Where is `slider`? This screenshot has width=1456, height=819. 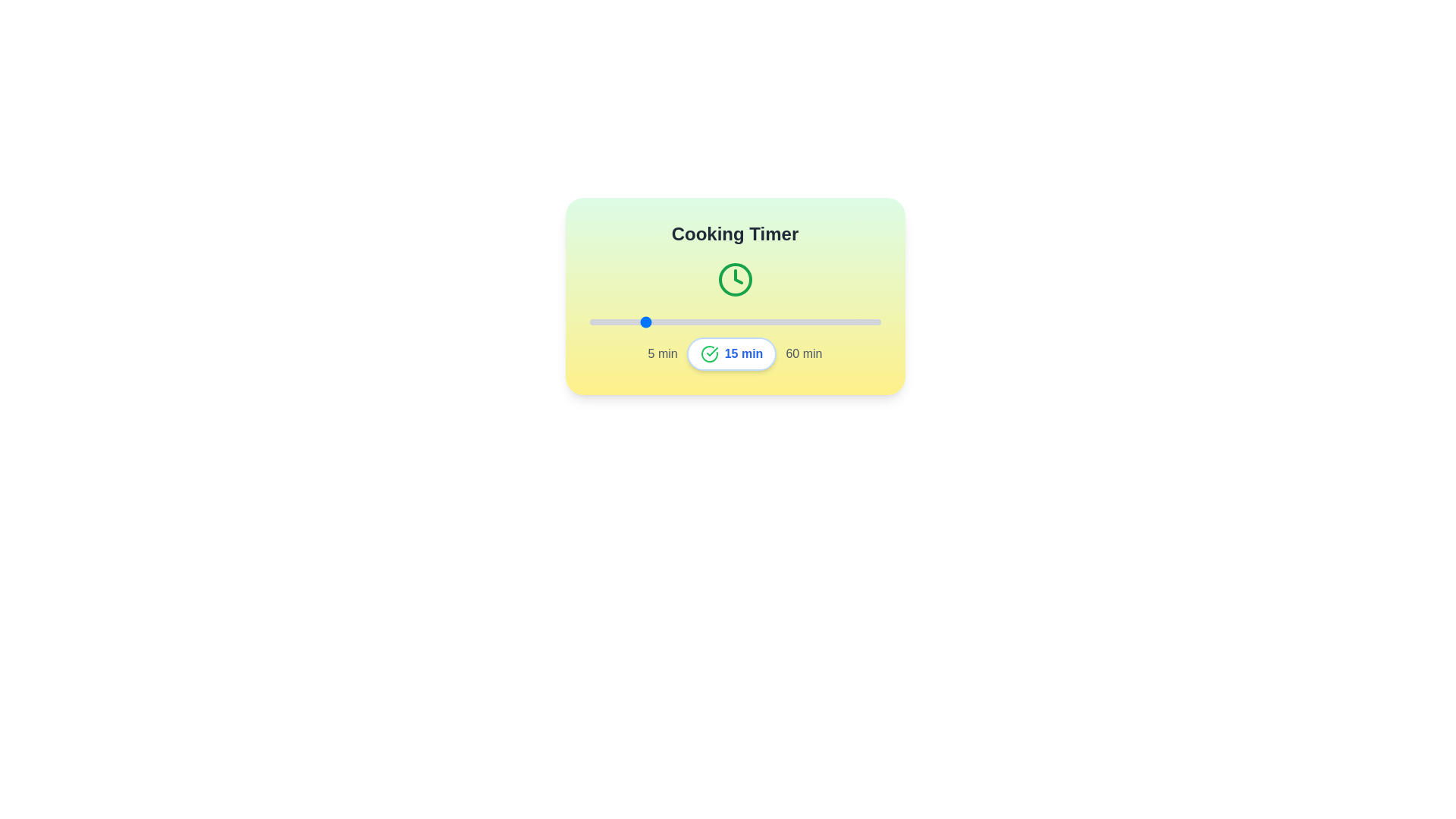
slider is located at coordinates (705, 321).